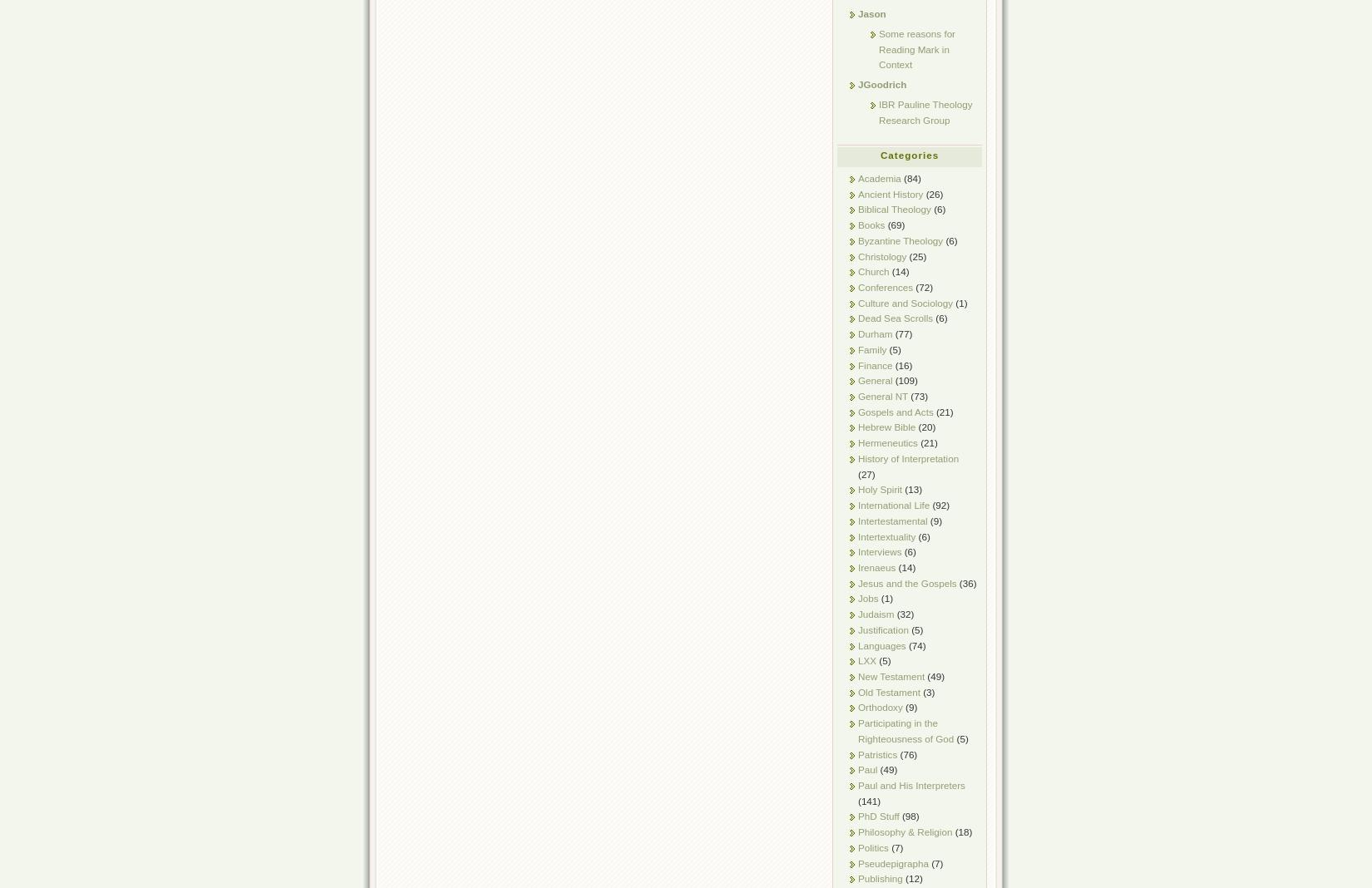  I want to click on 'Orthodoxy', so click(880, 706).